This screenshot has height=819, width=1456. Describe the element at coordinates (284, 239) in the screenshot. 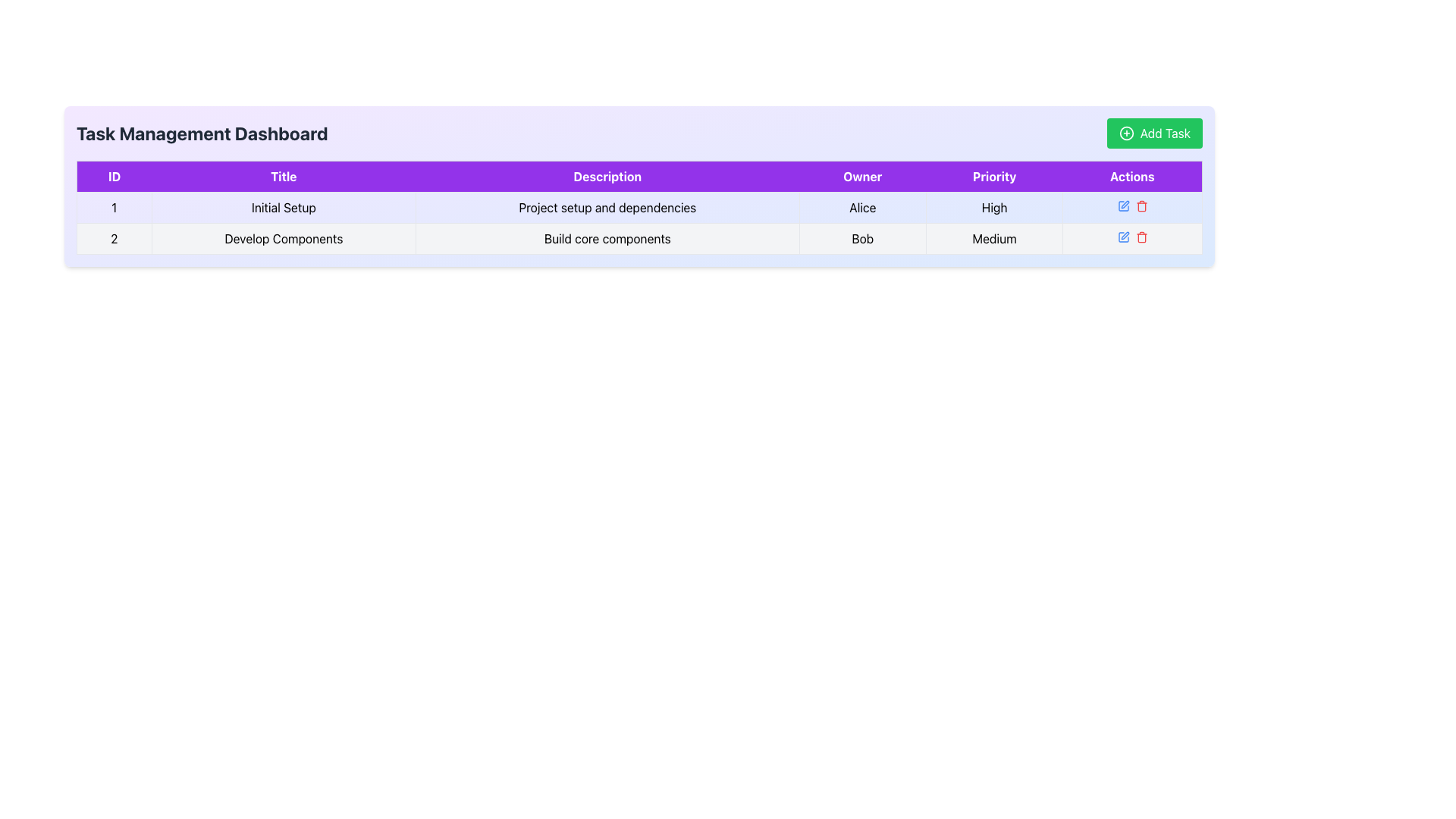

I see `on the table cell containing the text 'Develop Components', which is located in the second row of the table under the 'Title' column` at that location.